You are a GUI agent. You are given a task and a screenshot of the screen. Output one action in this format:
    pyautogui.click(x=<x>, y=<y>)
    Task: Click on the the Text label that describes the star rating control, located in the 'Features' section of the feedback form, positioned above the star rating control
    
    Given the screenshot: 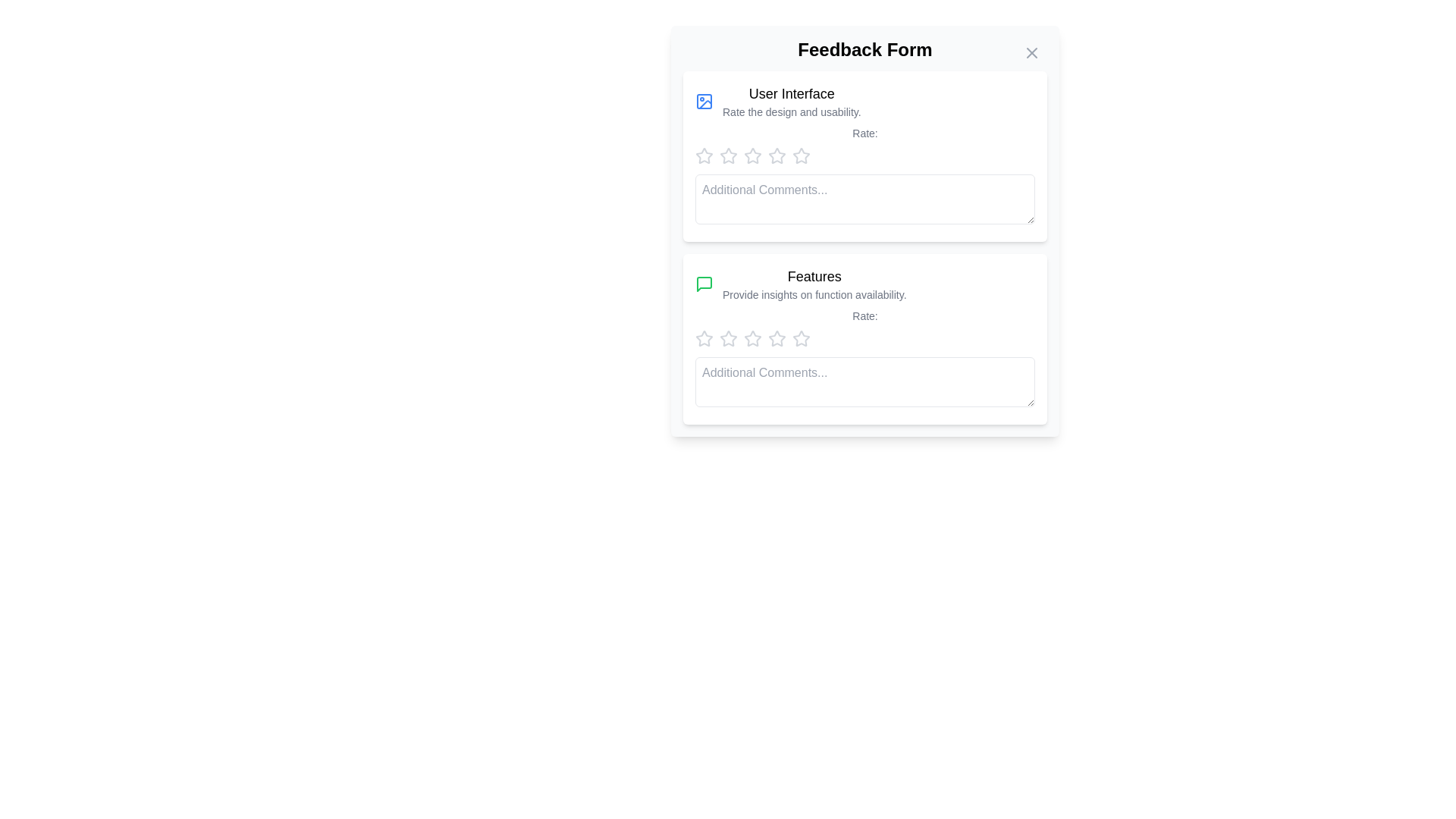 What is the action you would take?
    pyautogui.click(x=865, y=315)
    